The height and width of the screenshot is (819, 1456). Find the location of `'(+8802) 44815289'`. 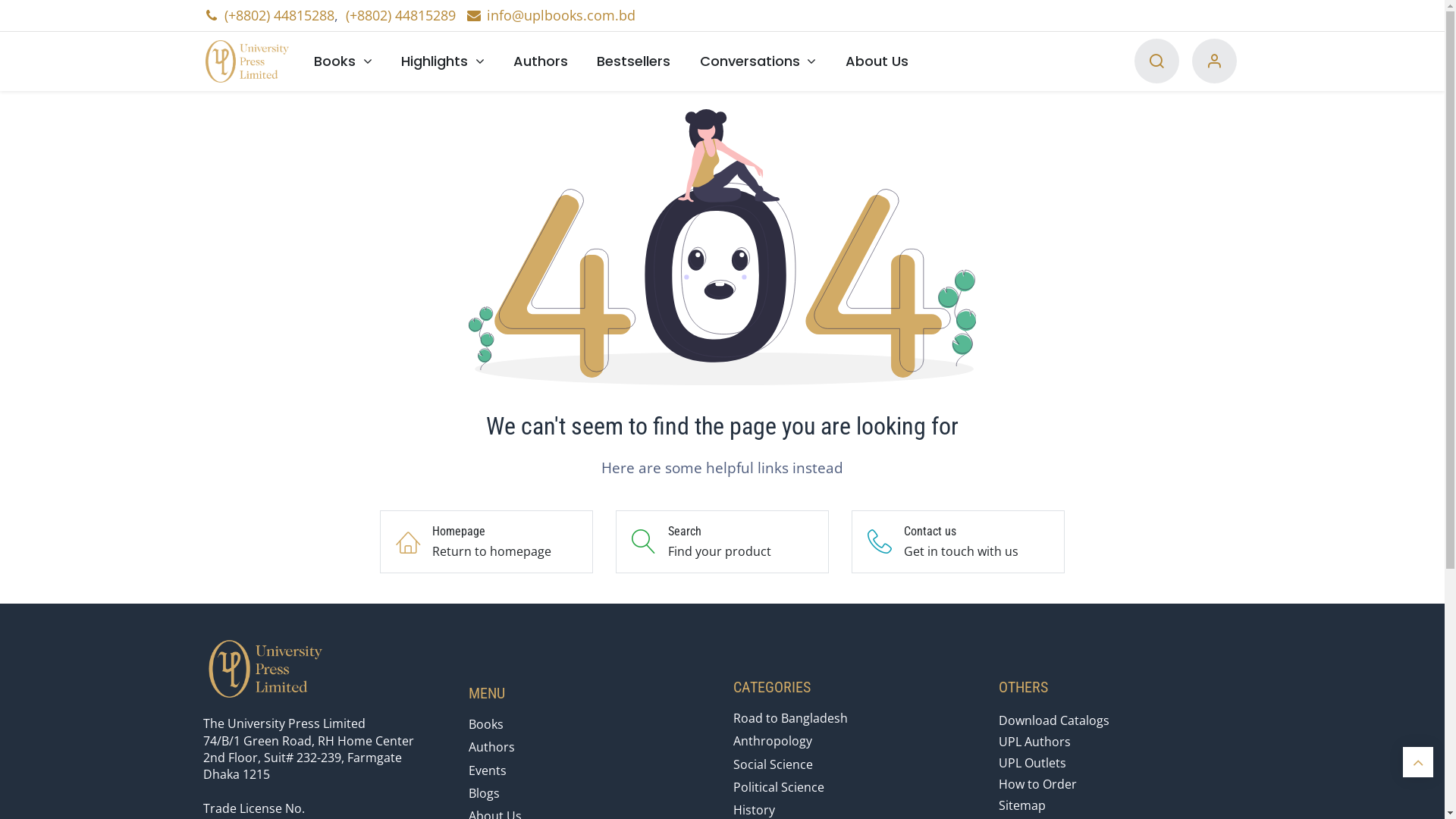

'(+8802) 44815289' is located at coordinates (345, 14).